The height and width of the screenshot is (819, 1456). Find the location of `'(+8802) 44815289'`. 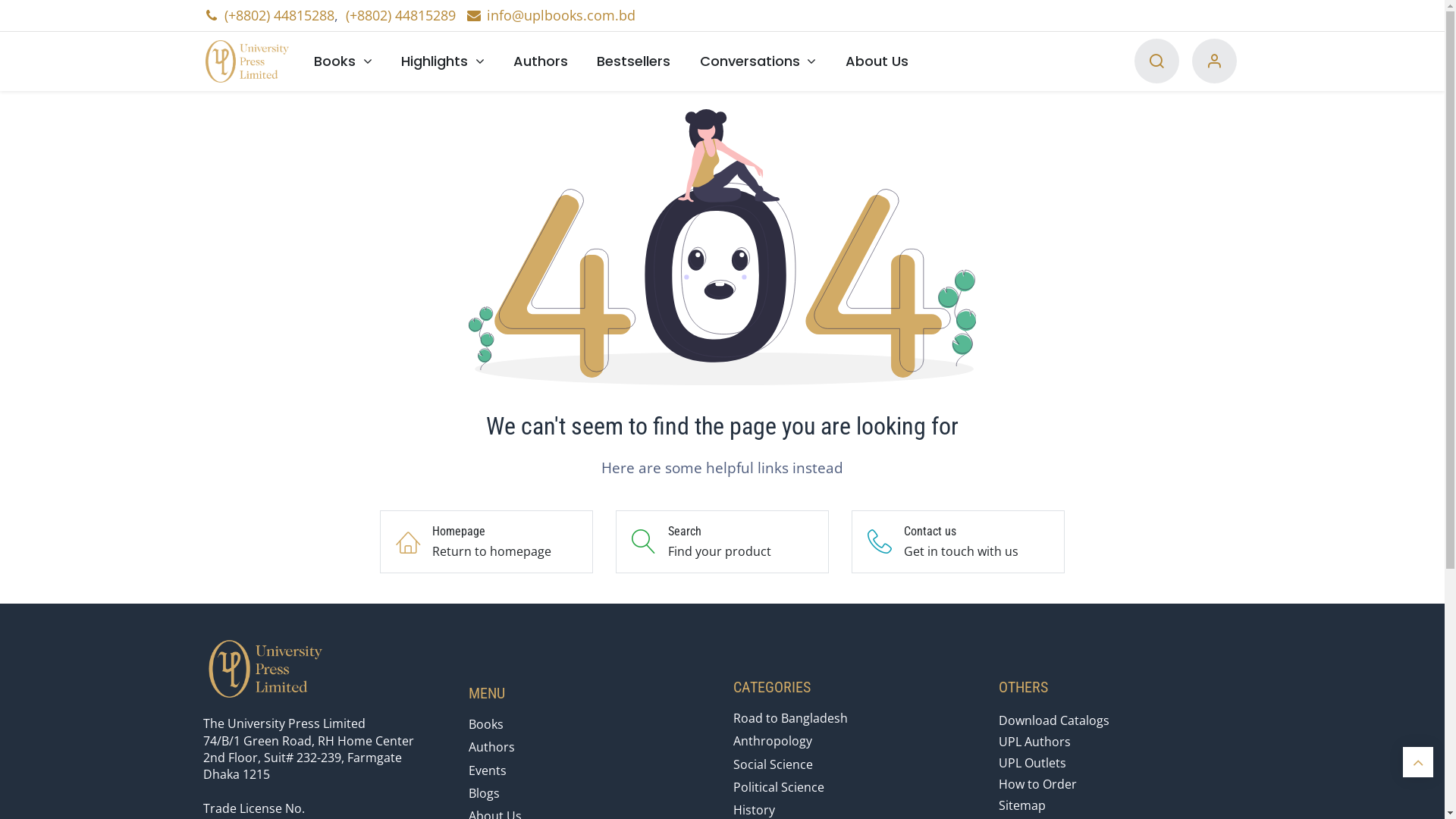

'(+8802) 44815289' is located at coordinates (345, 14).